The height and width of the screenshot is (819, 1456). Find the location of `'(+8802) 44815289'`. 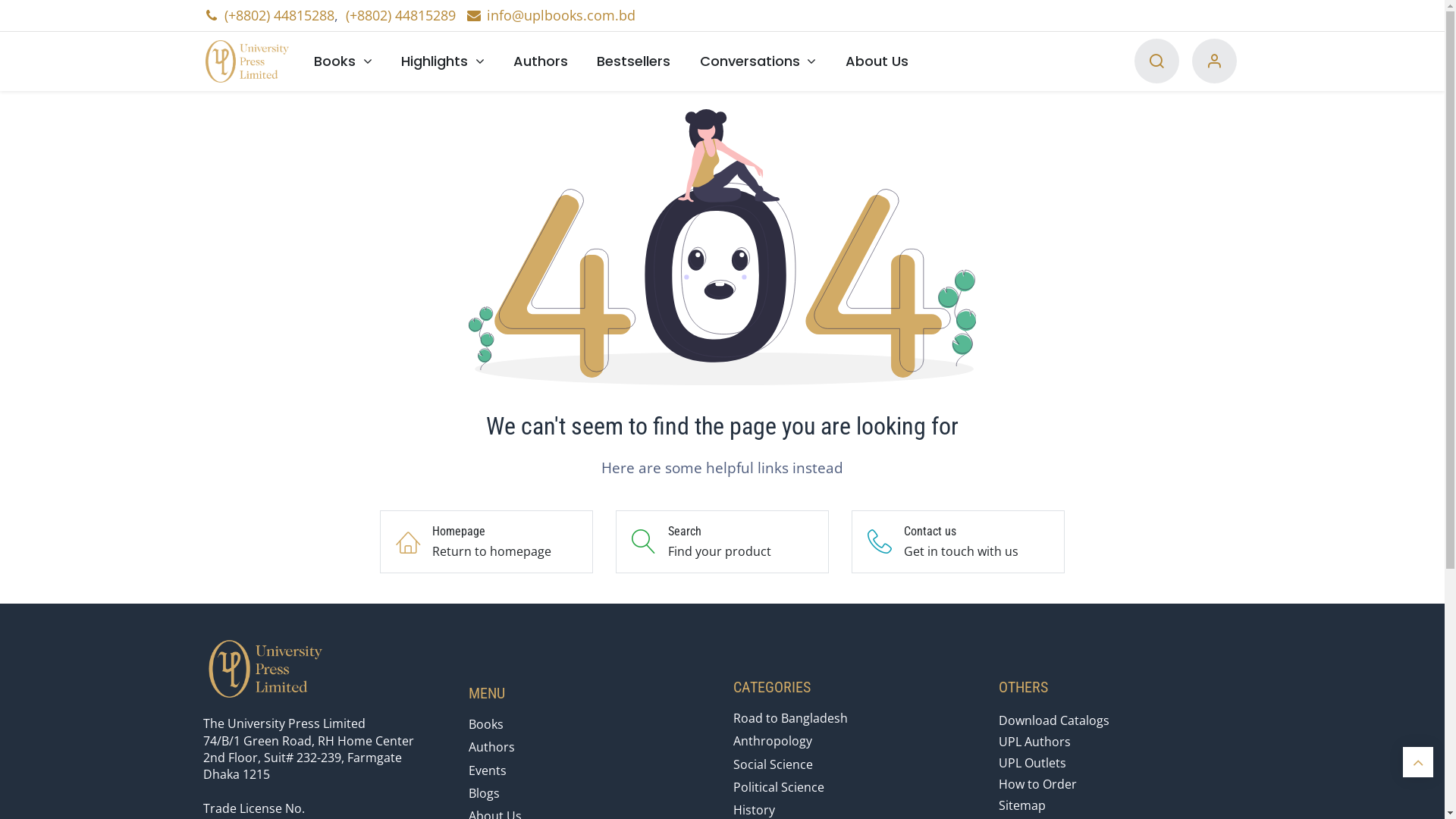

'(+8802) 44815289' is located at coordinates (345, 14).